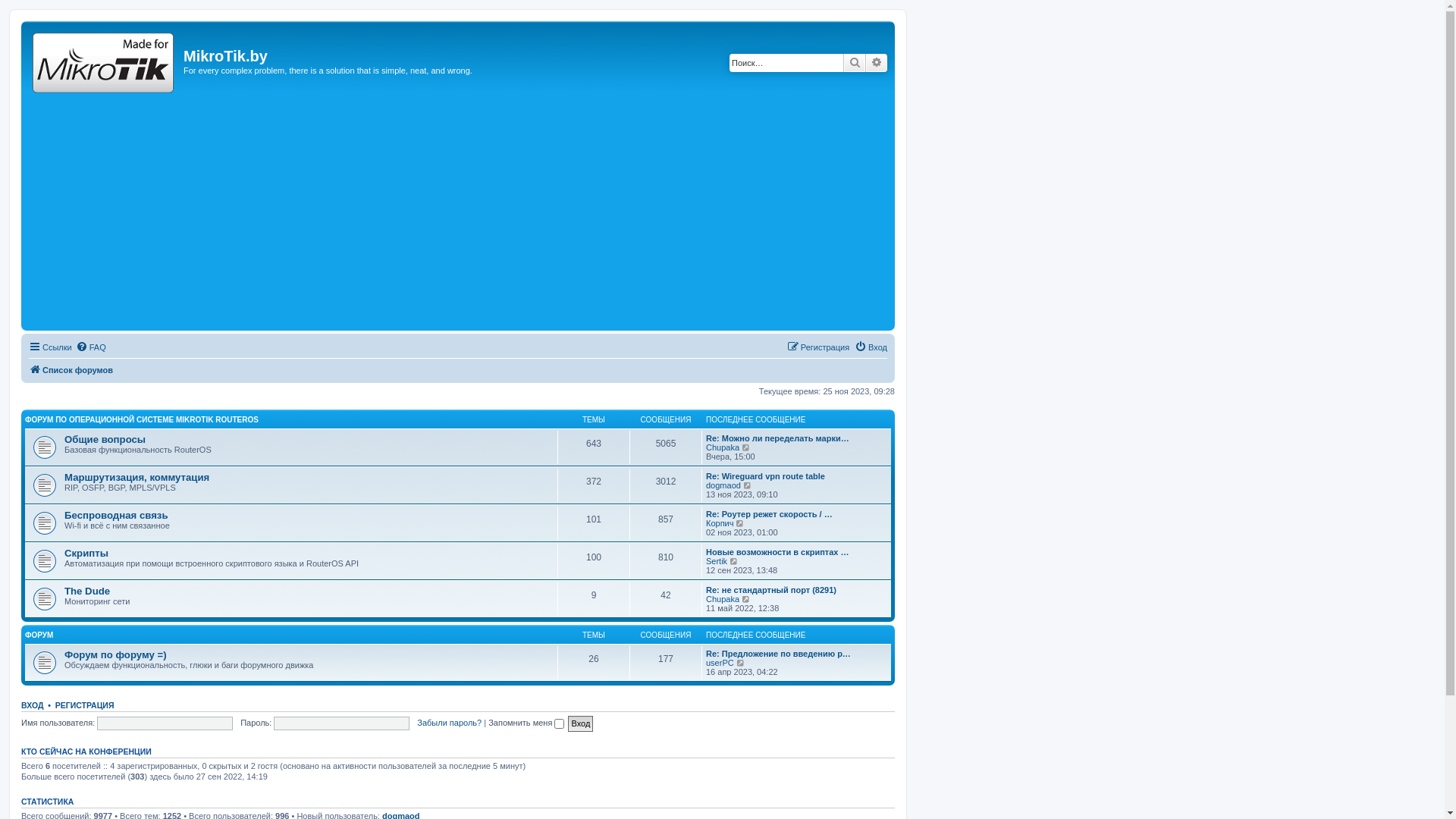  Describe the element at coordinates (719, 662) in the screenshot. I see `'userPC'` at that location.